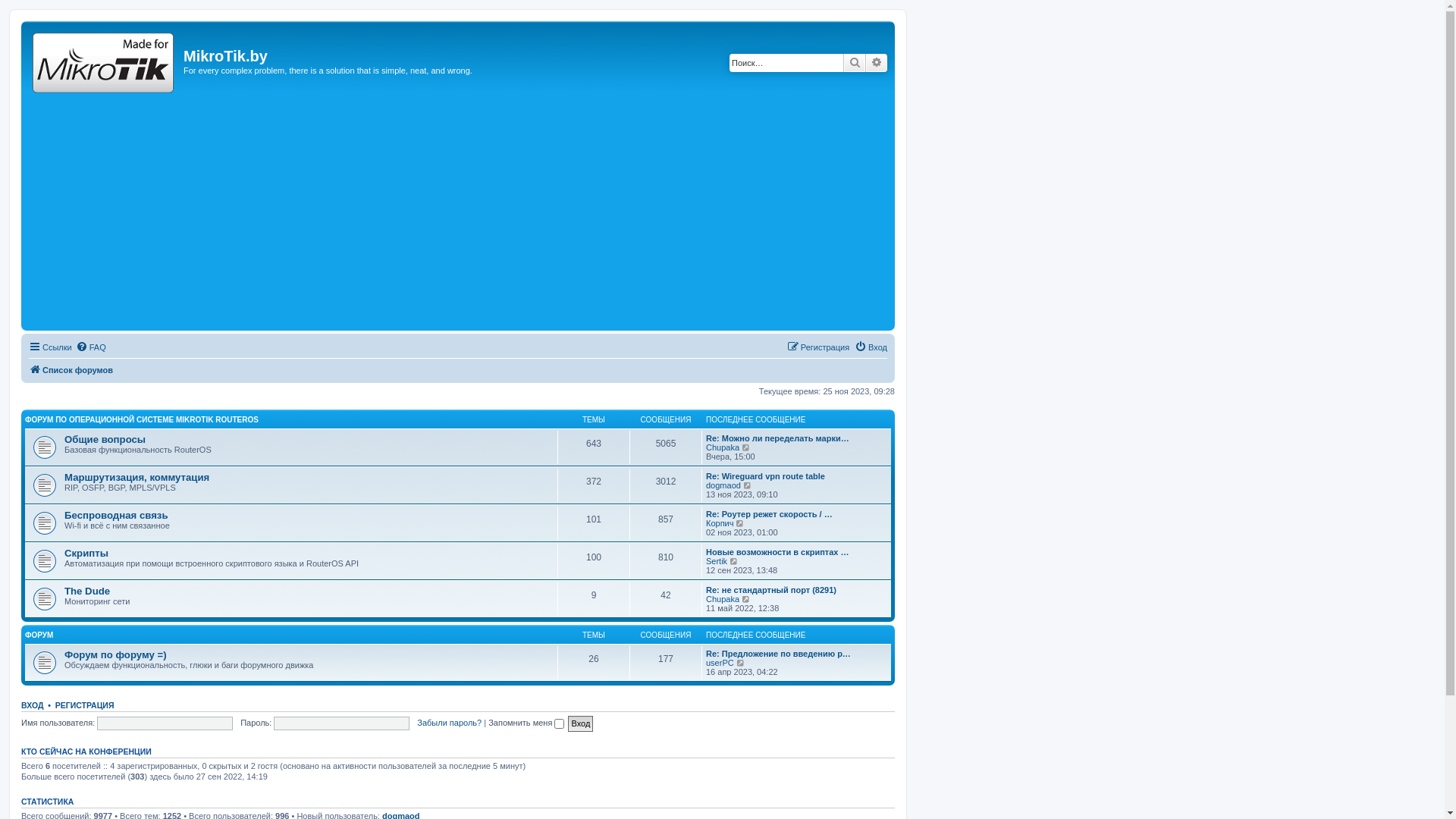  Describe the element at coordinates (719, 662) in the screenshot. I see `'userPC'` at that location.